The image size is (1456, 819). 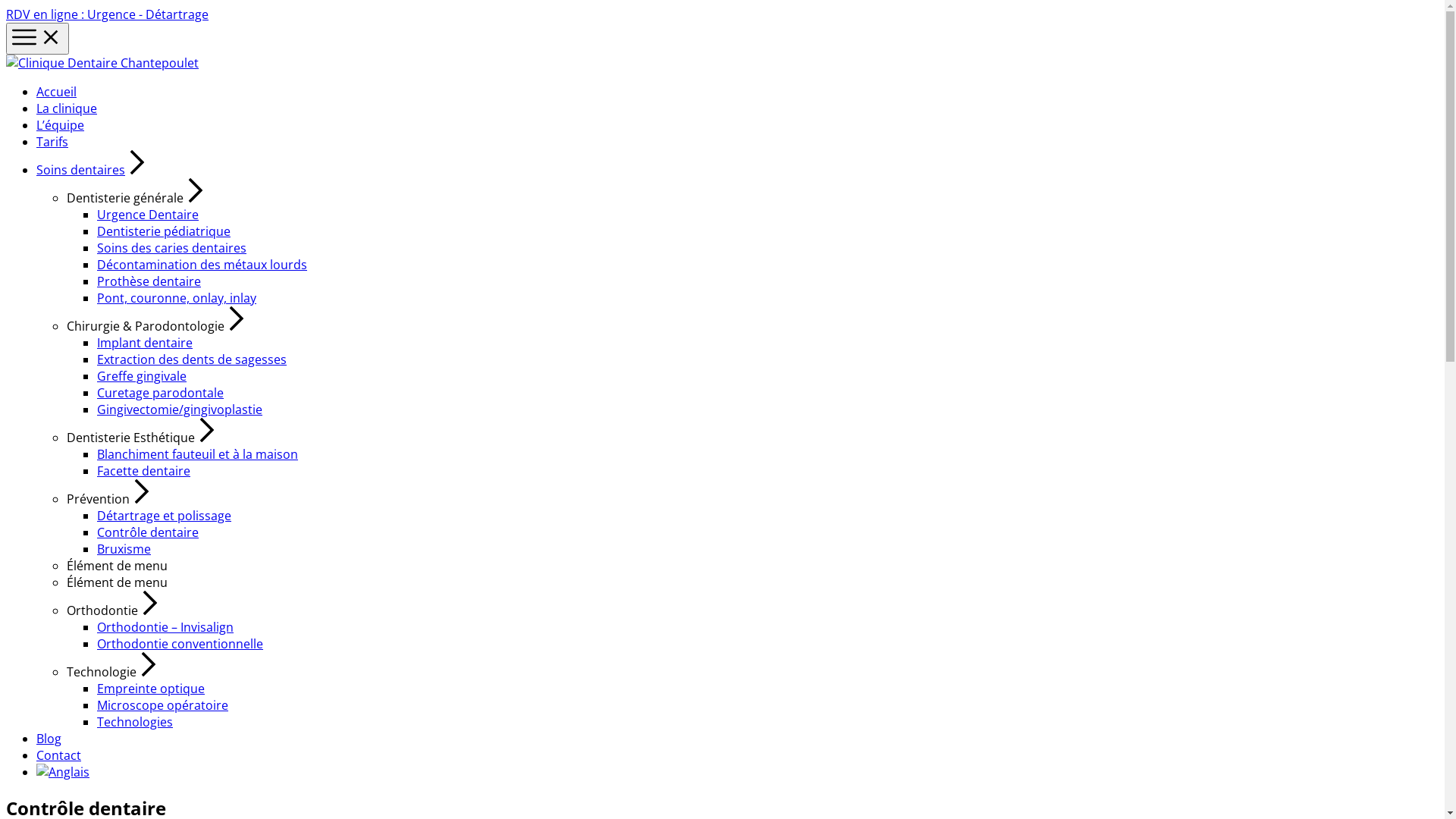 I want to click on 'Implant dentaire', so click(x=145, y=342).